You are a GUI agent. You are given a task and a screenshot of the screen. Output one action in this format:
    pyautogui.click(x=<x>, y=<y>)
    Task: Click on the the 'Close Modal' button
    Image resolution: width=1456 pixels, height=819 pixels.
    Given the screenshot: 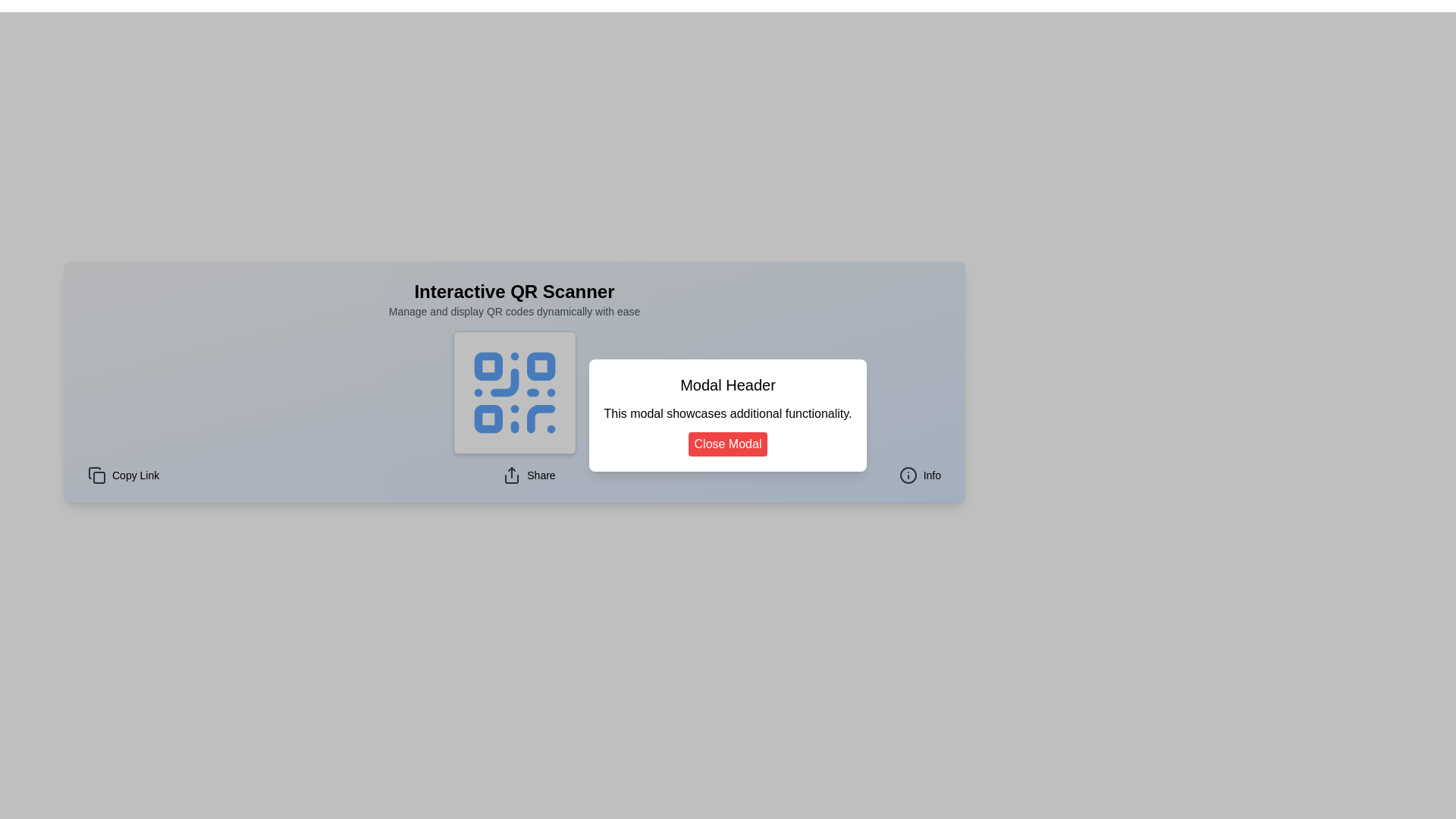 What is the action you would take?
    pyautogui.click(x=728, y=444)
    